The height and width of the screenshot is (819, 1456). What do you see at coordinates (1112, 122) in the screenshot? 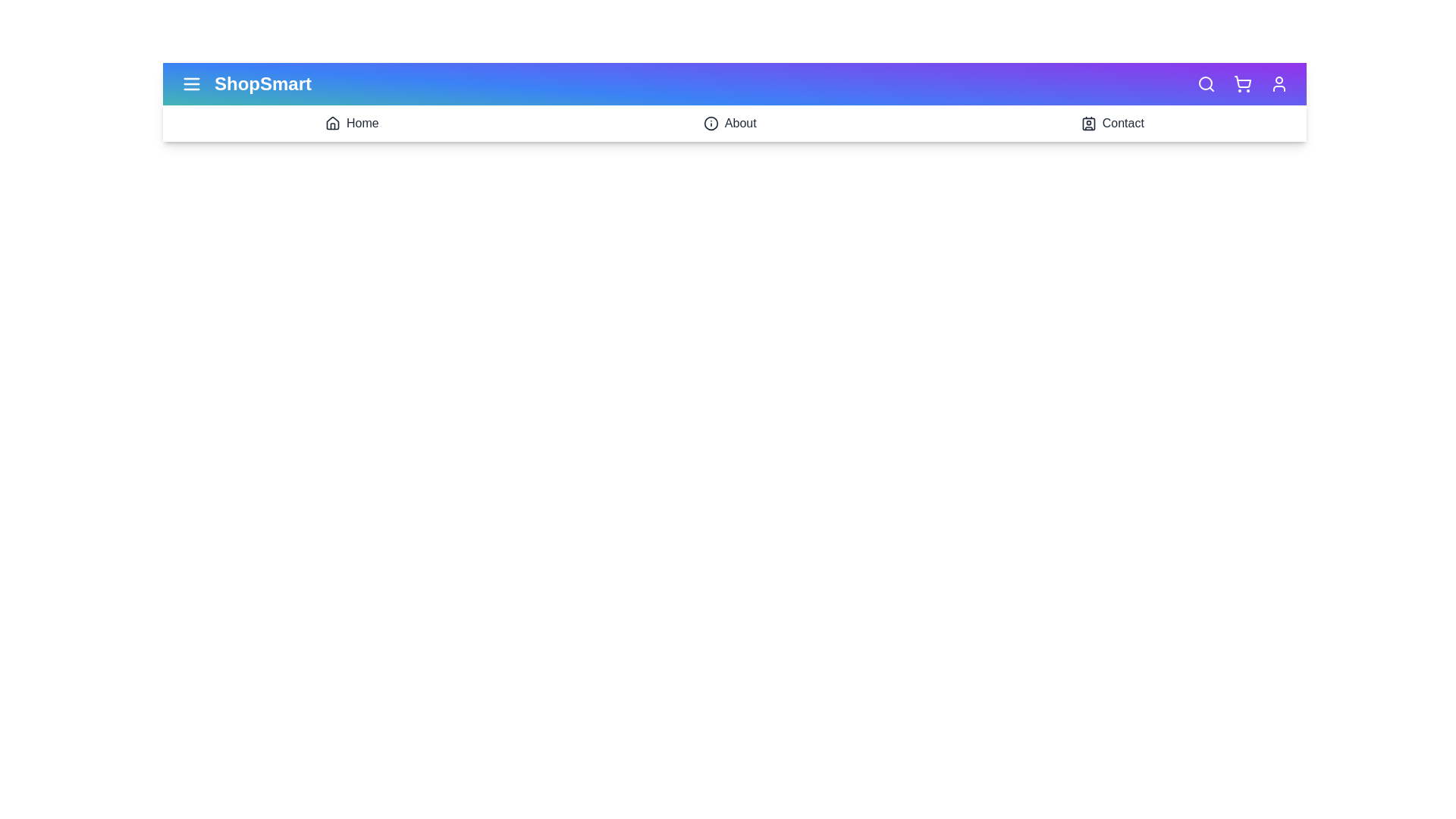
I see `the 'Contact' icon to navigate to the 'Contact' section` at bounding box center [1112, 122].